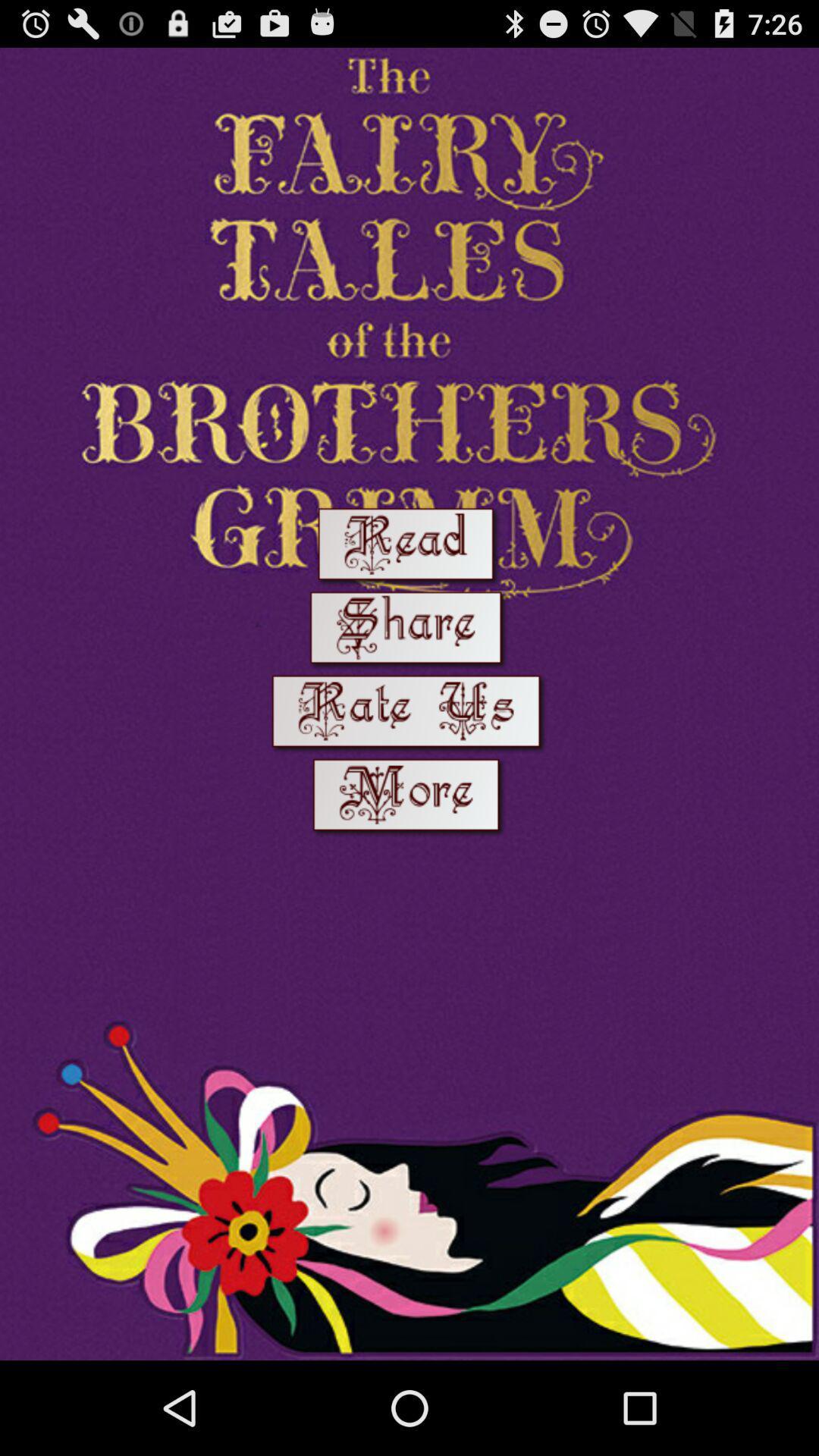 This screenshot has height=1456, width=819. I want to click on start reading, so click(408, 546).